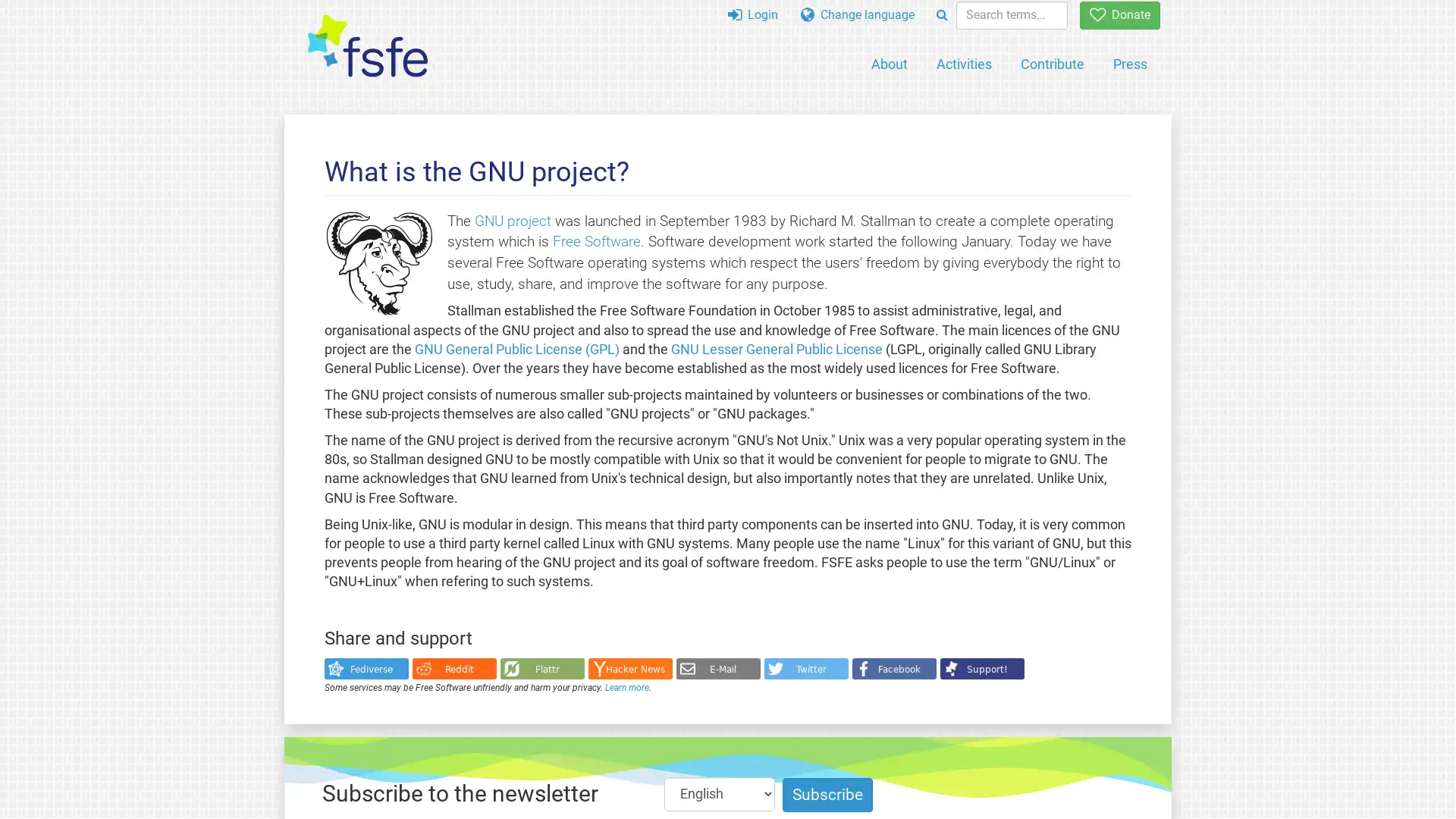 This screenshot has height=819, width=1456. Describe the element at coordinates (629, 668) in the screenshot. I see `Hacker News` at that location.